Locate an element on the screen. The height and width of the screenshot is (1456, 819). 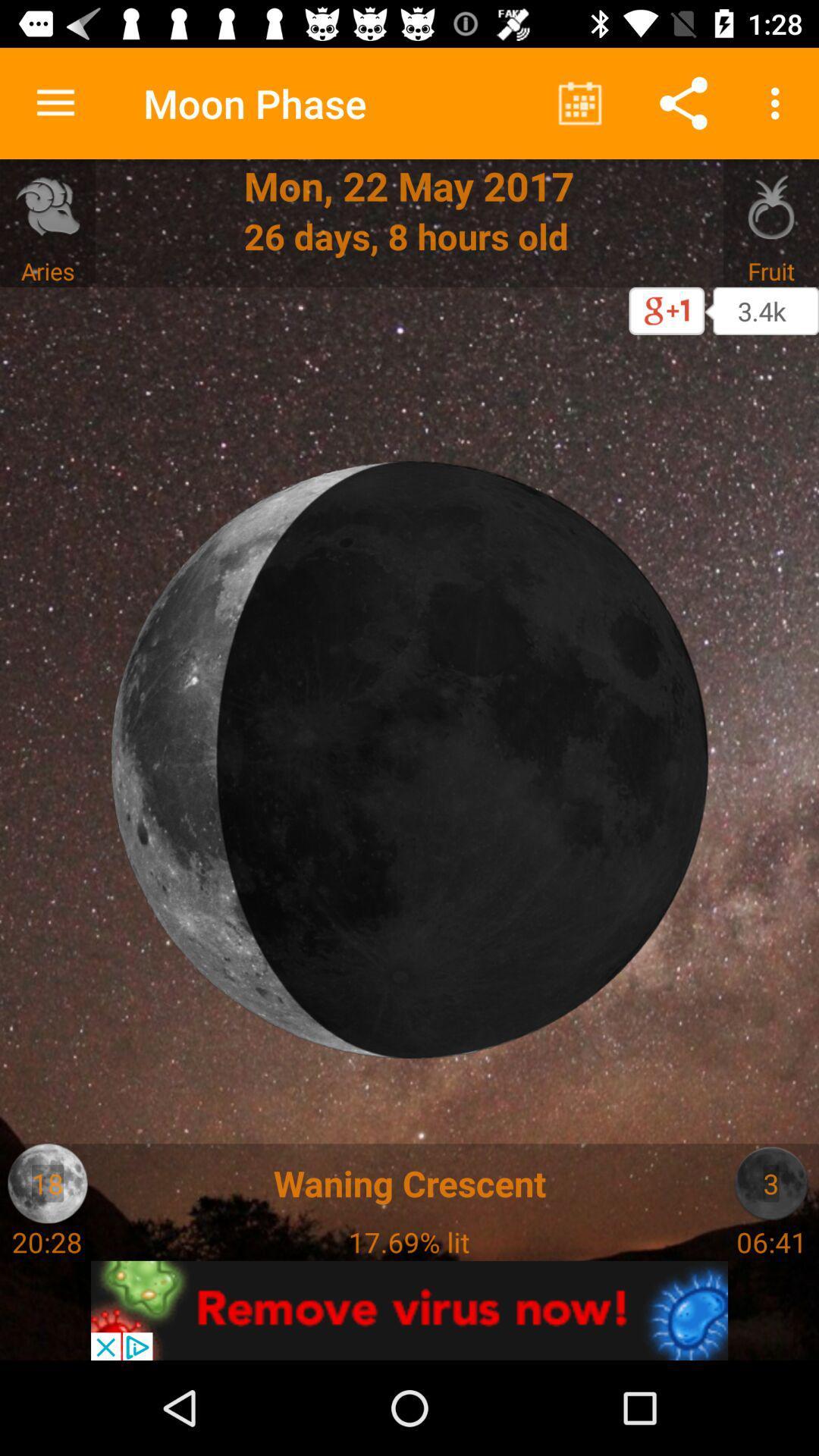
3 is located at coordinates (771, 1182).